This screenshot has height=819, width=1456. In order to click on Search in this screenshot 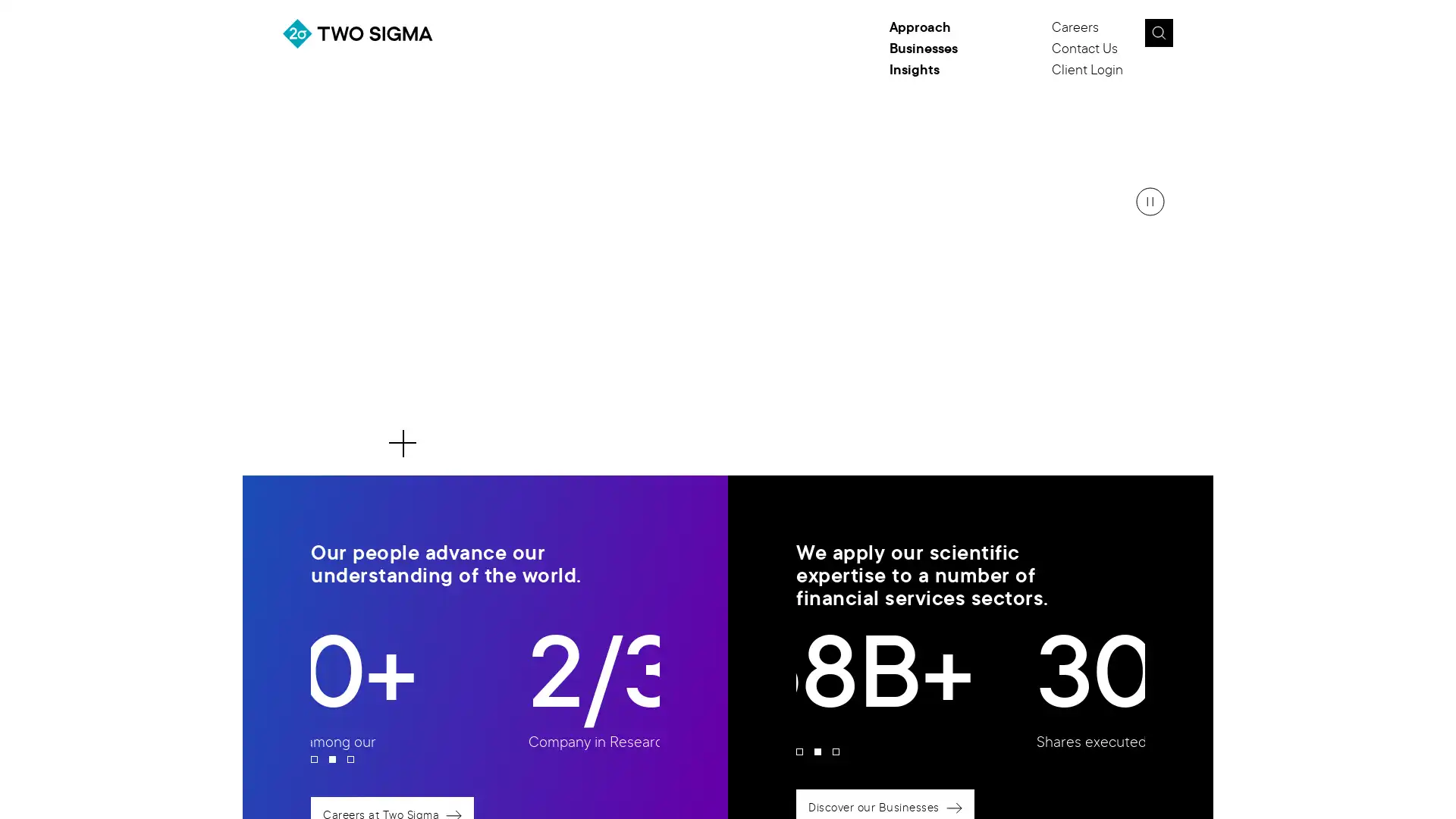, I will do `click(1157, 33)`.